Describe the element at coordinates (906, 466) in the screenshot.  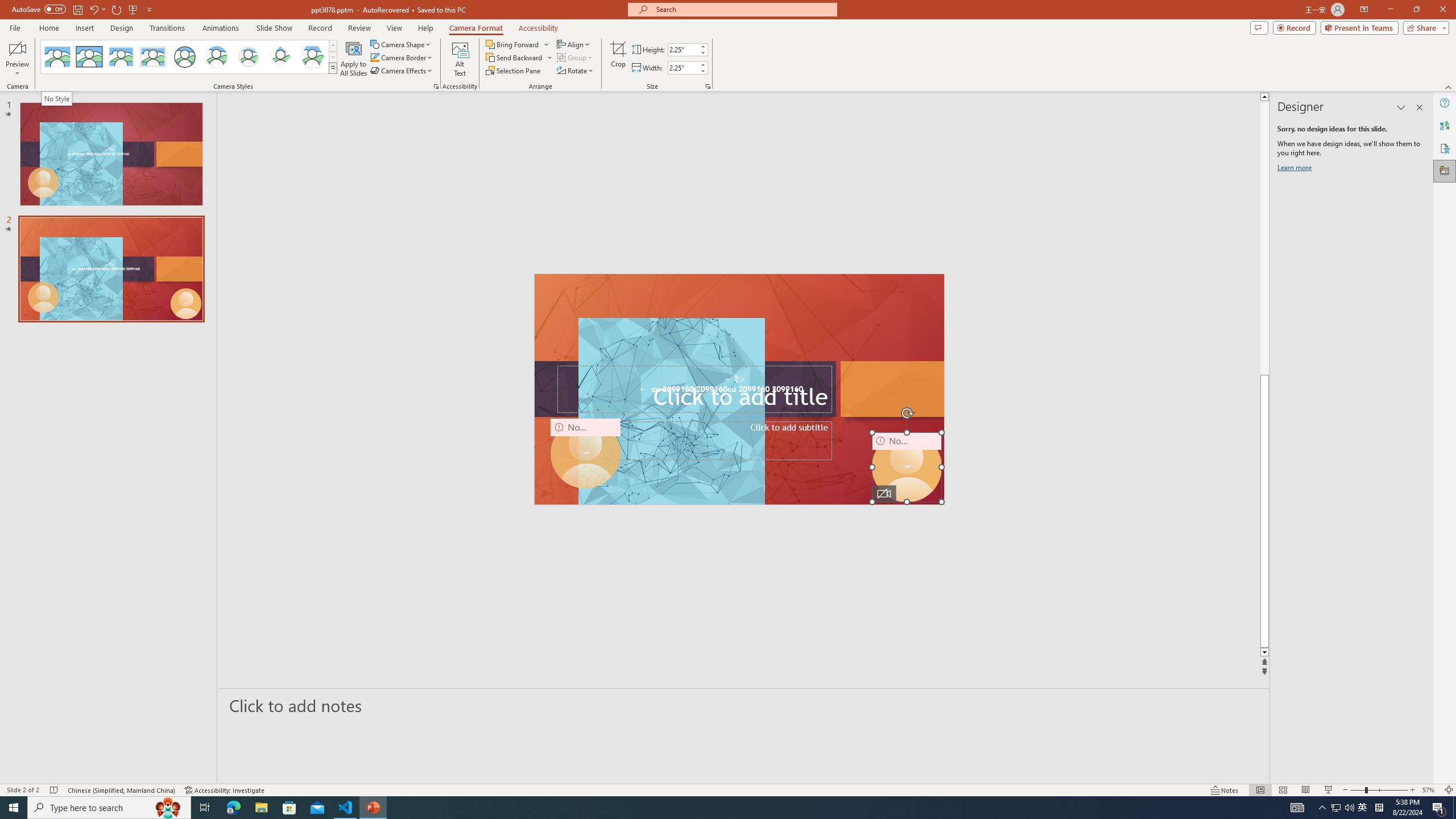
I see `'Camera 14, No camera detected.'` at that location.